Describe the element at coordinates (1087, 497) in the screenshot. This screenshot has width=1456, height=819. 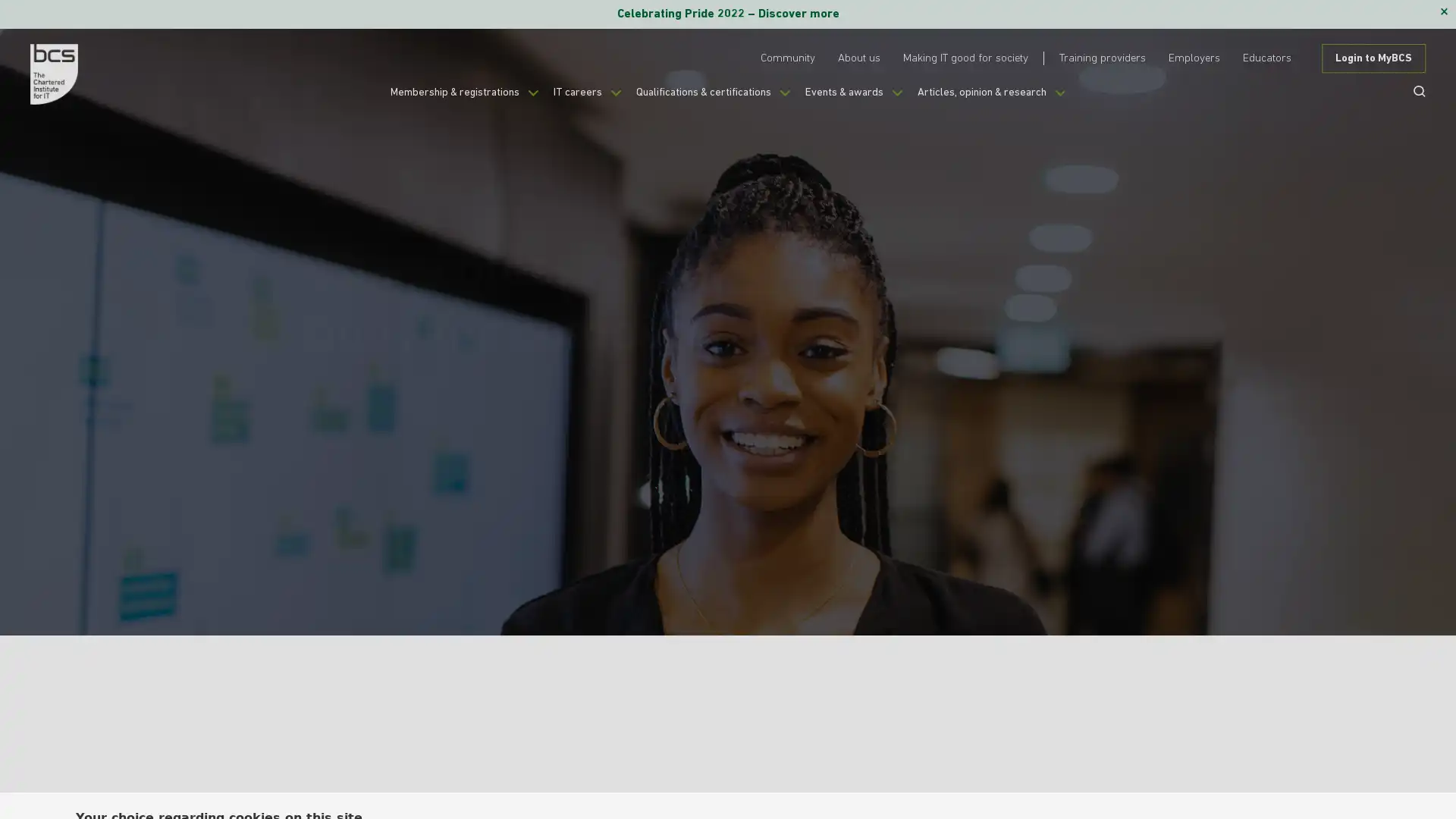
I see `Scroll to discover` at that location.